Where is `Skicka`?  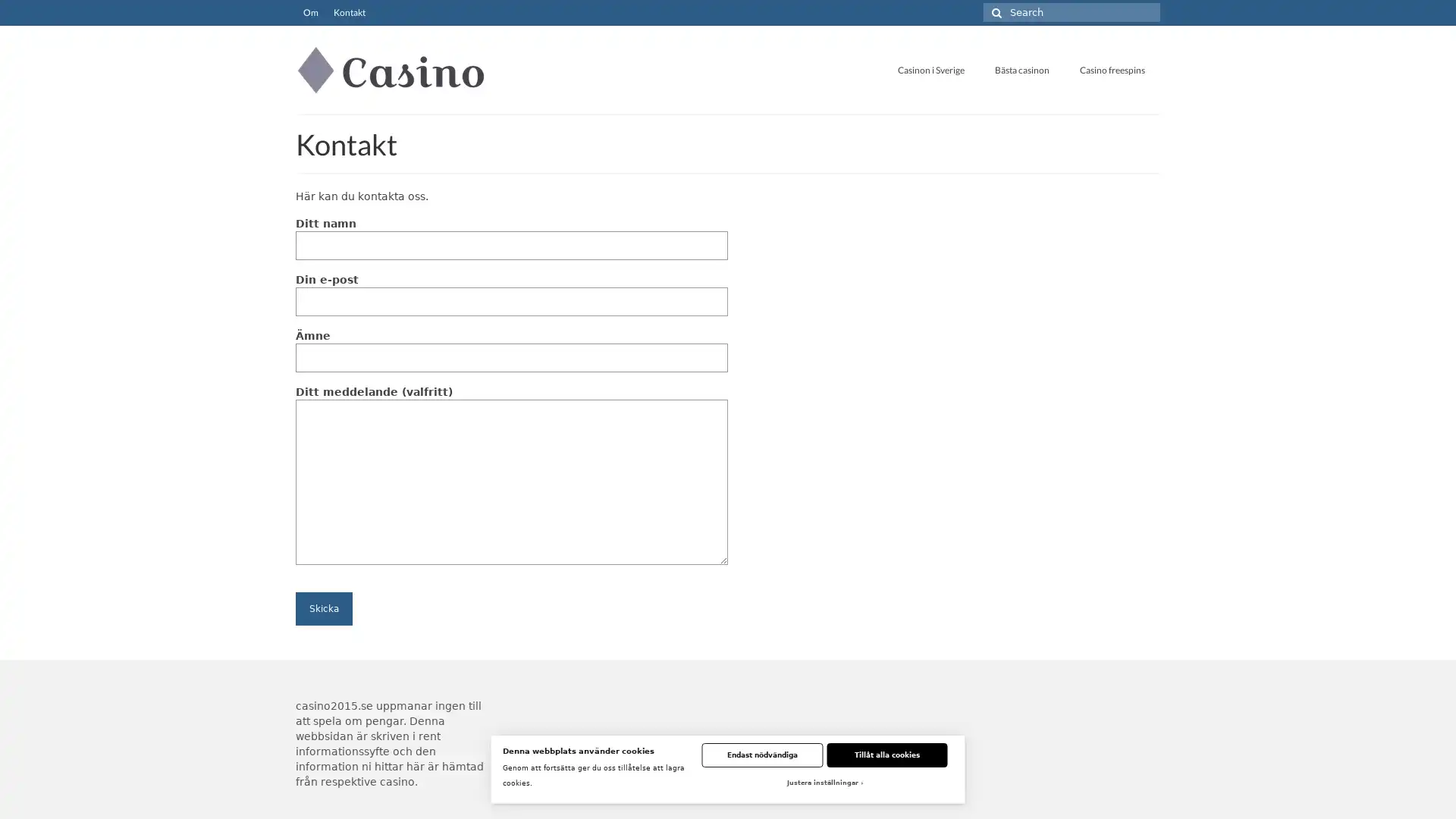 Skicka is located at coordinates (323, 607).